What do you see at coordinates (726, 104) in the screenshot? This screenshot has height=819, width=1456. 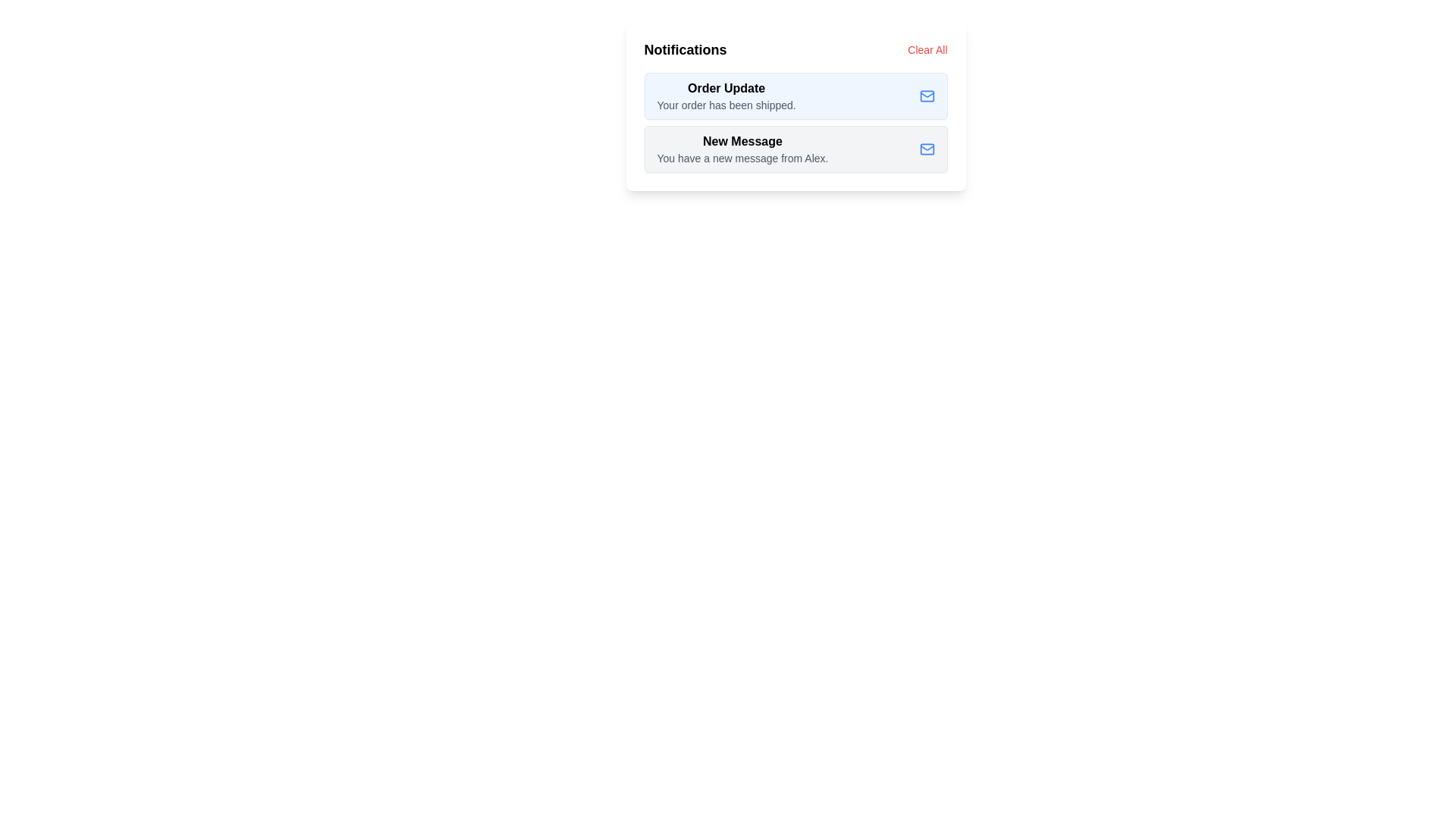 I see `text label stating 'Your order has been shipped.' located beneath the 'Order Update' title within the light-blue notification card` at bounding box center [726, 104].